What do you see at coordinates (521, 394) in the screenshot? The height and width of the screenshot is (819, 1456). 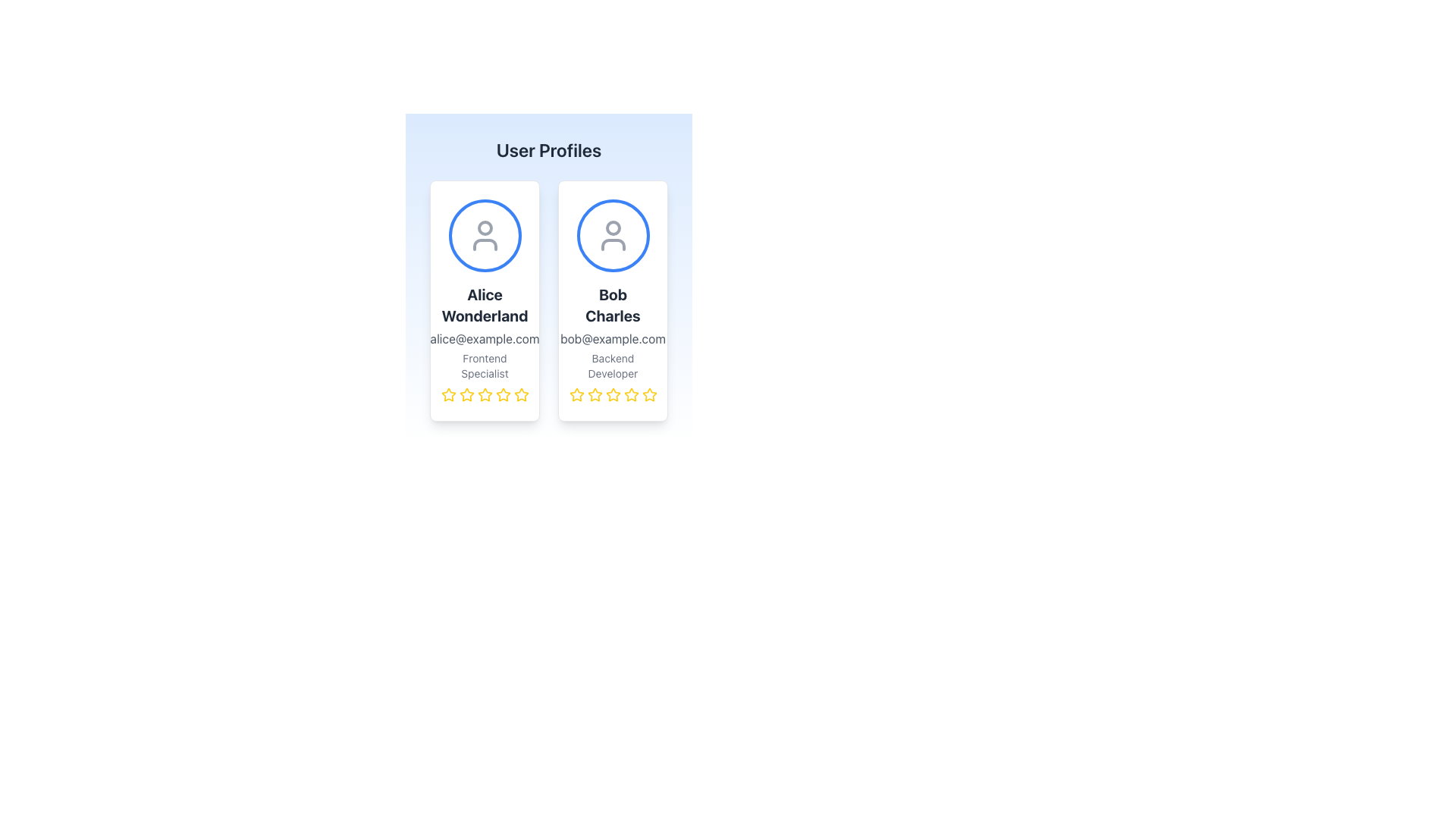 I see `the fifth star icon below the profile of 'Alice Wonderland' to rate the profile` at bounding box center [521, 394].